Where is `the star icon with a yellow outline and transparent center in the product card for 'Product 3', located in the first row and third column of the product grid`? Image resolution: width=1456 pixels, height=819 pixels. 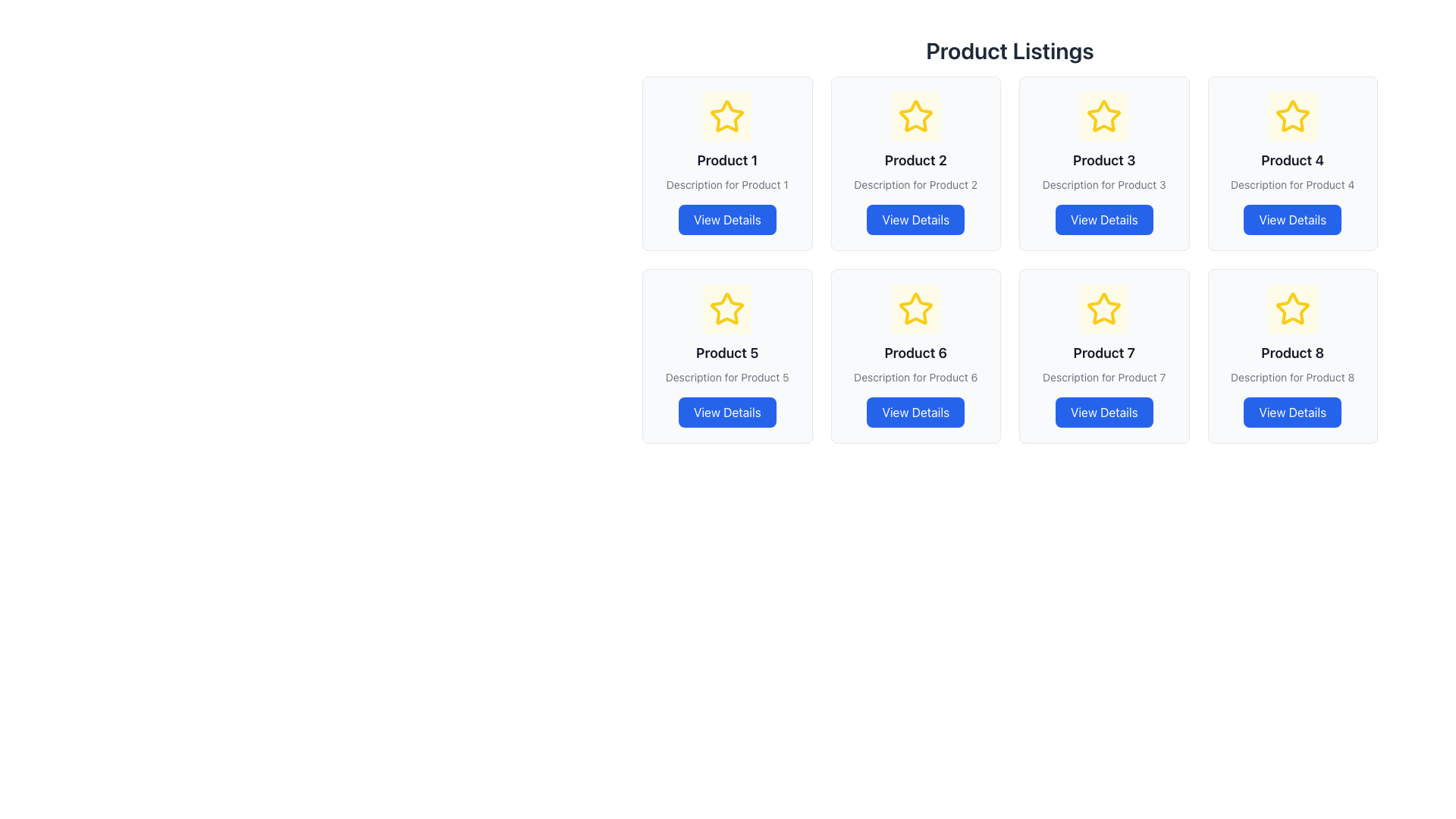 the star icon with a yellow outline and transparent center in the product card for 'Product 3', located in the first row and third column of the product grid is located at coordinates (1104, 115).